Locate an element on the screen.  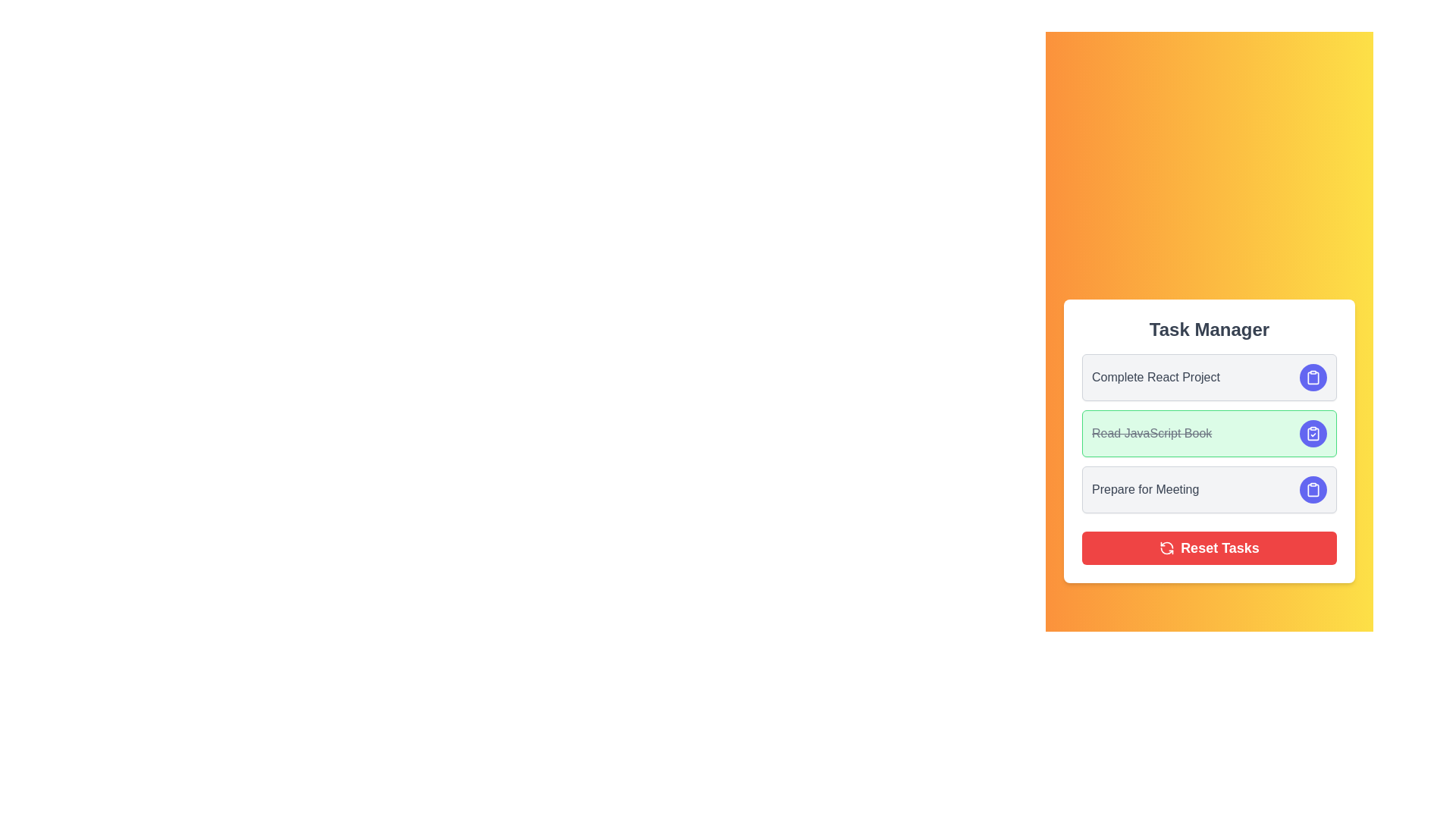
the third segment of the SVG refresh icon, which features a stroke-based design with rounded line caps and is located in the upper-right portion of the card interface is located at coordinates (1166, 551).